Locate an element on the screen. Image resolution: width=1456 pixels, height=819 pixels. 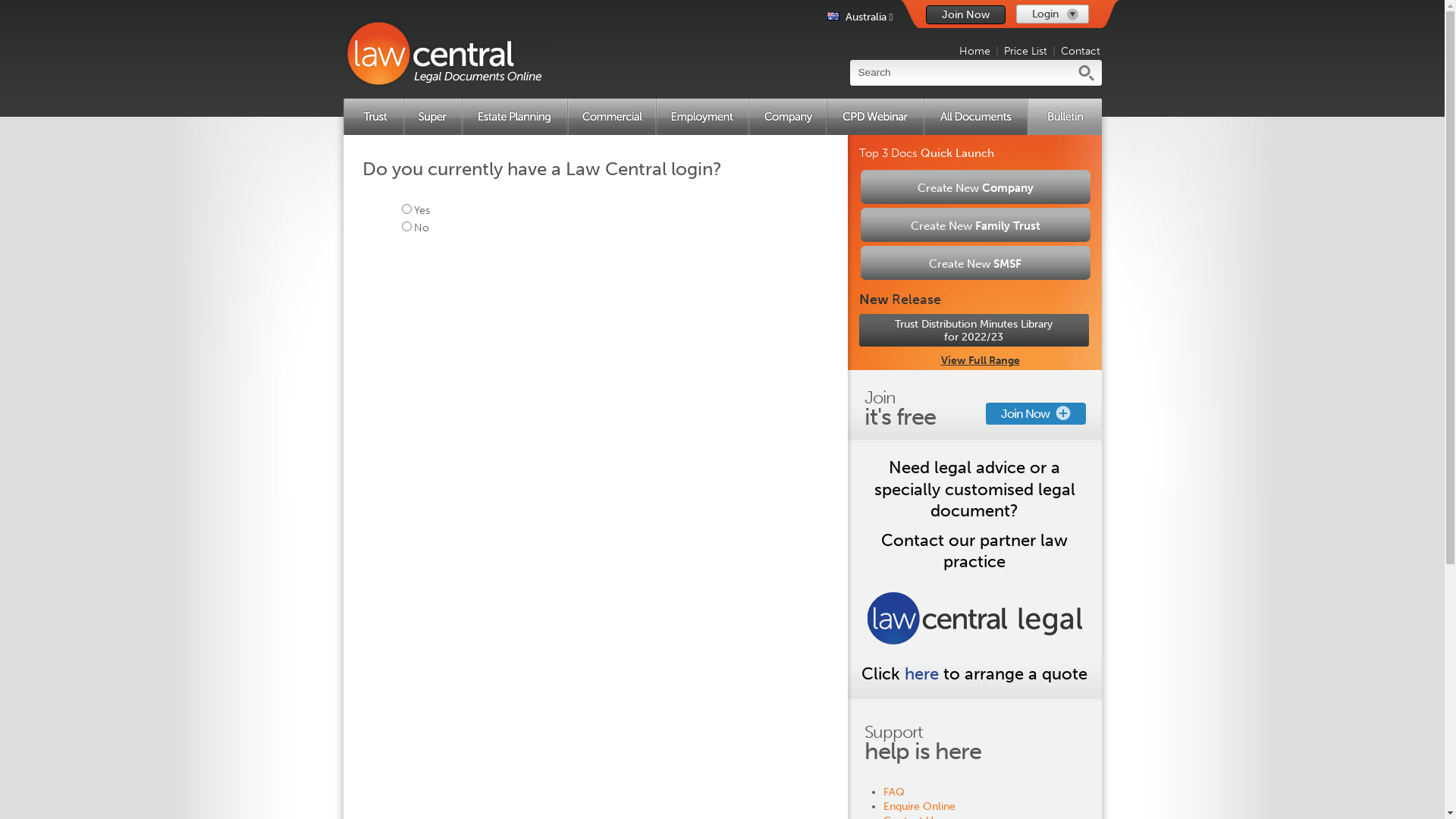
'Contact' is located at coordinates (1080, 50).